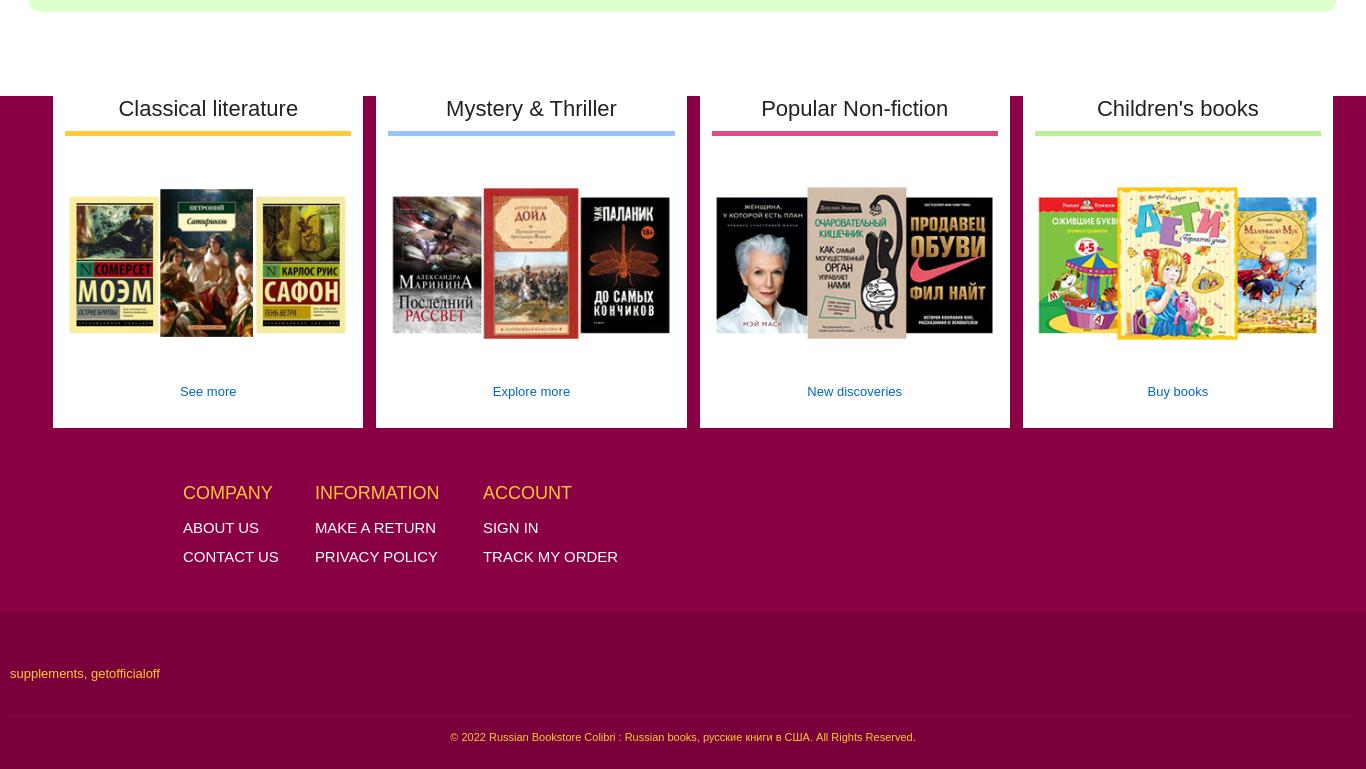 Image resolution: width=1366 pixels, height=769 pixels. I want to click on ',', so click(86, 671).